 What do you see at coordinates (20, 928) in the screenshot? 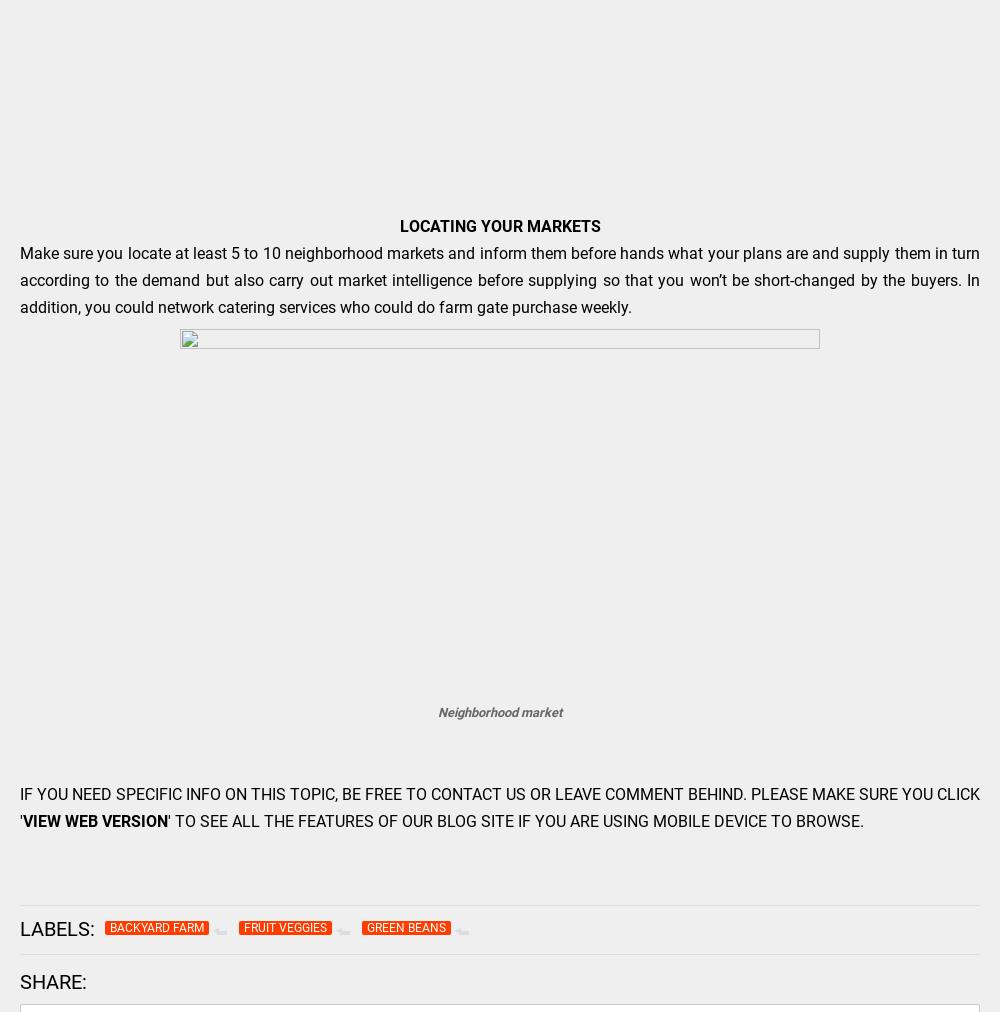
I see `'Labels:'` at bounding box center [20, 928].